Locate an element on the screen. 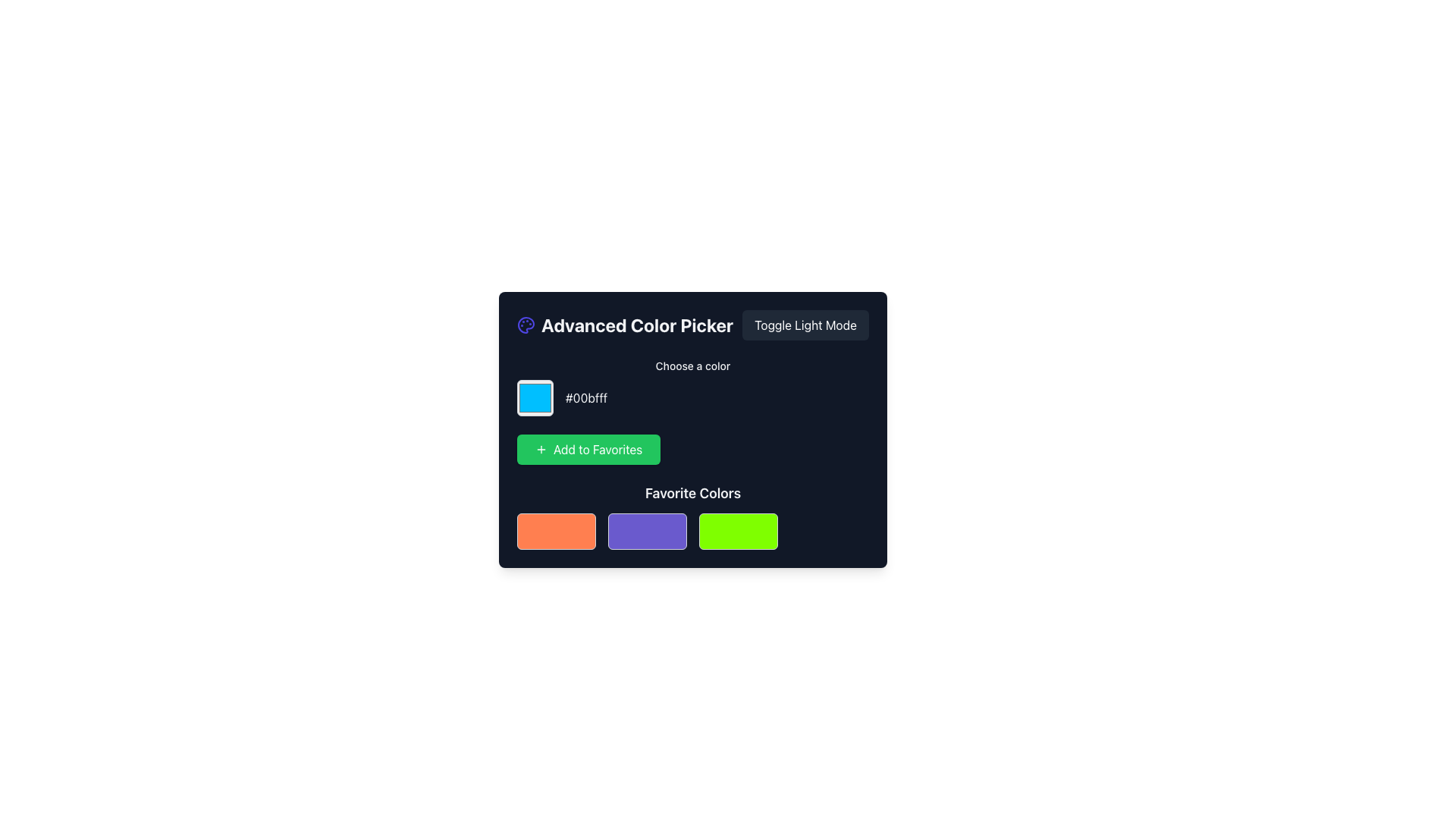 The image size is (1456, 819). text from the header displaying 'Advanced Color Picker' with a palette icon to its left is located at coordinates (625, 324).